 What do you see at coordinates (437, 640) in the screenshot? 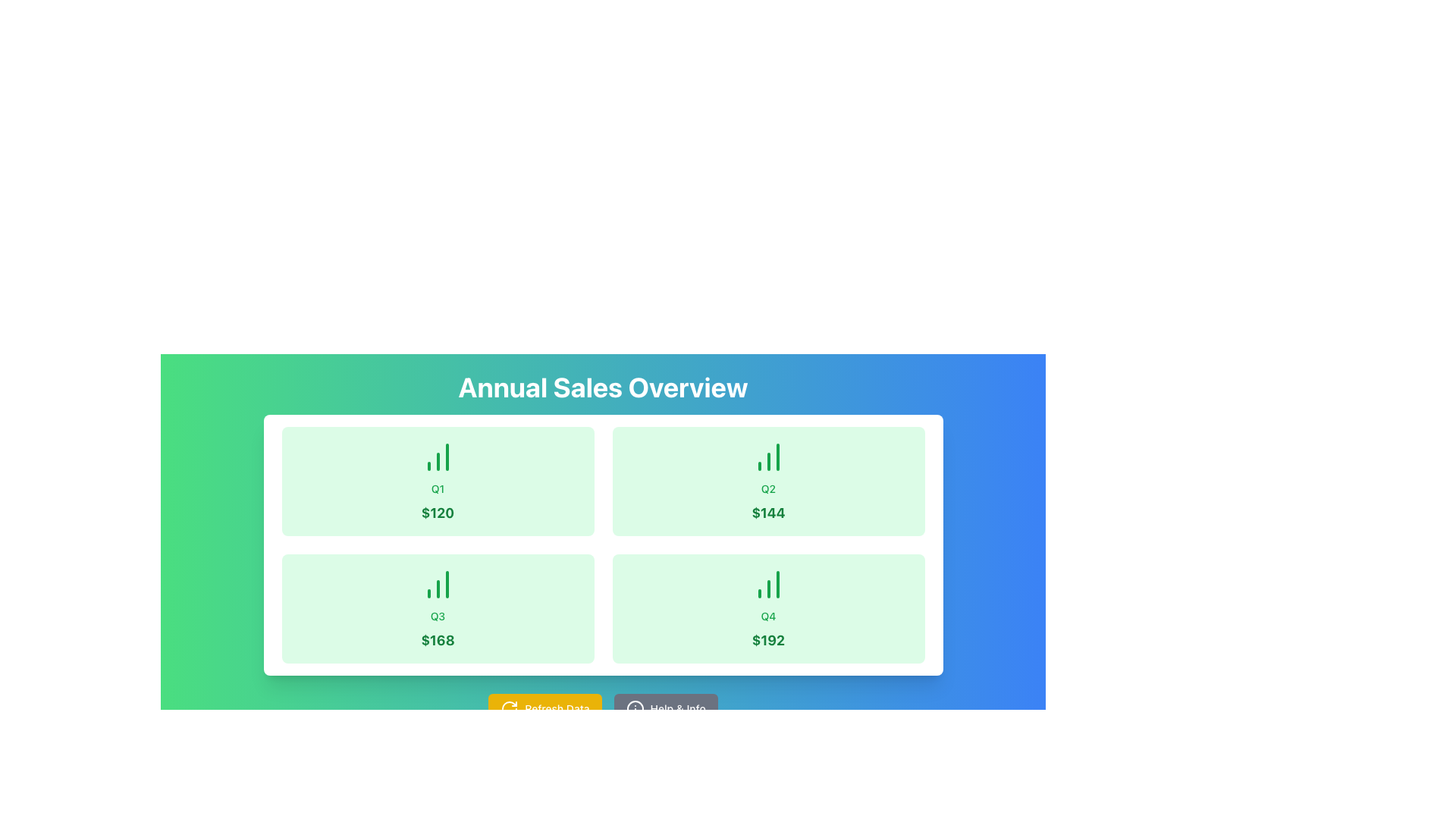
I see `monetary value displayed for the 'Q3' section in the sales overview, located below the 'Q3' text label in the bottom-left quadrant of the grid layout` at bounding box center [437, 640].